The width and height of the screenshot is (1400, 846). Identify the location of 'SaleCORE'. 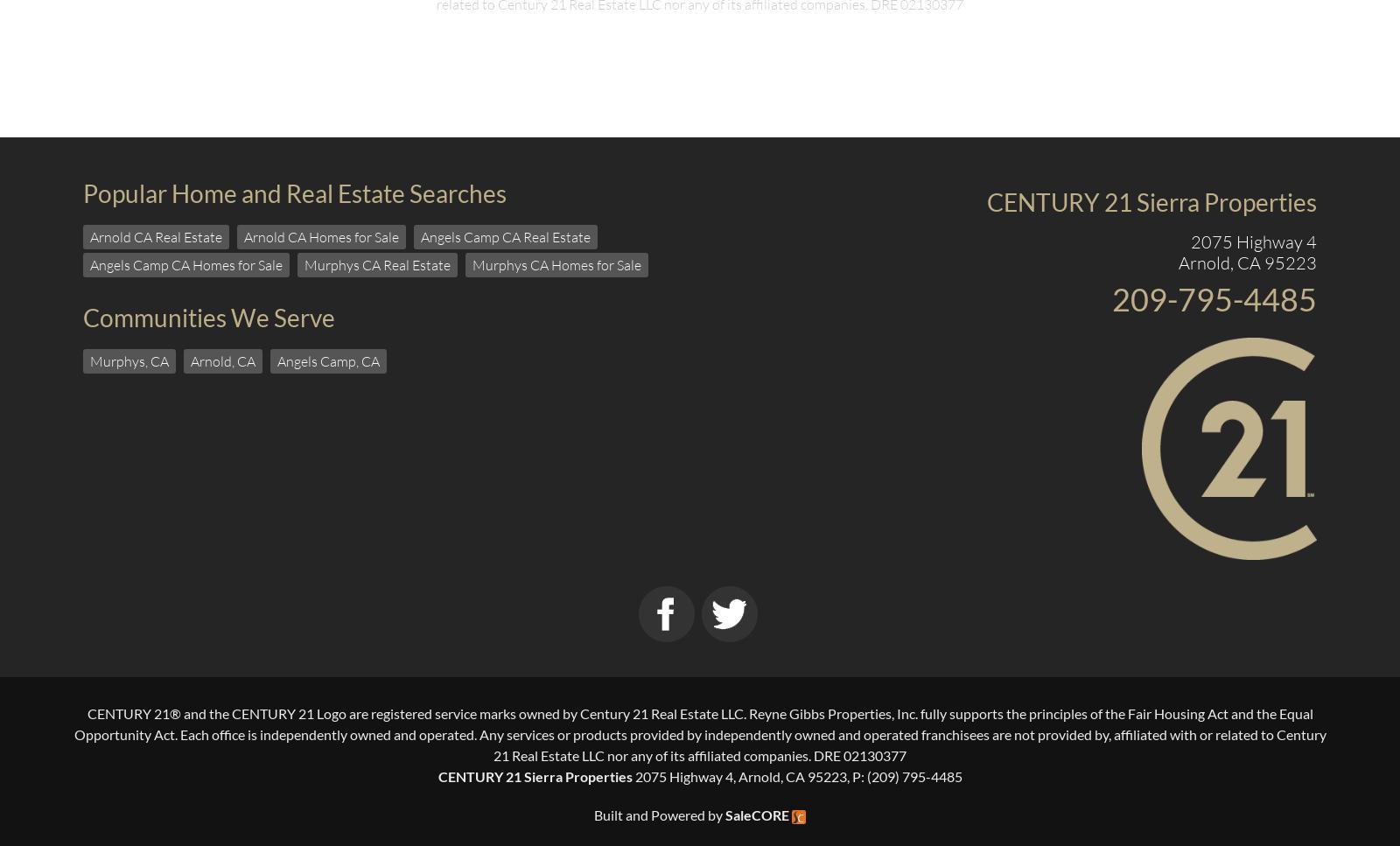
(756, 814).